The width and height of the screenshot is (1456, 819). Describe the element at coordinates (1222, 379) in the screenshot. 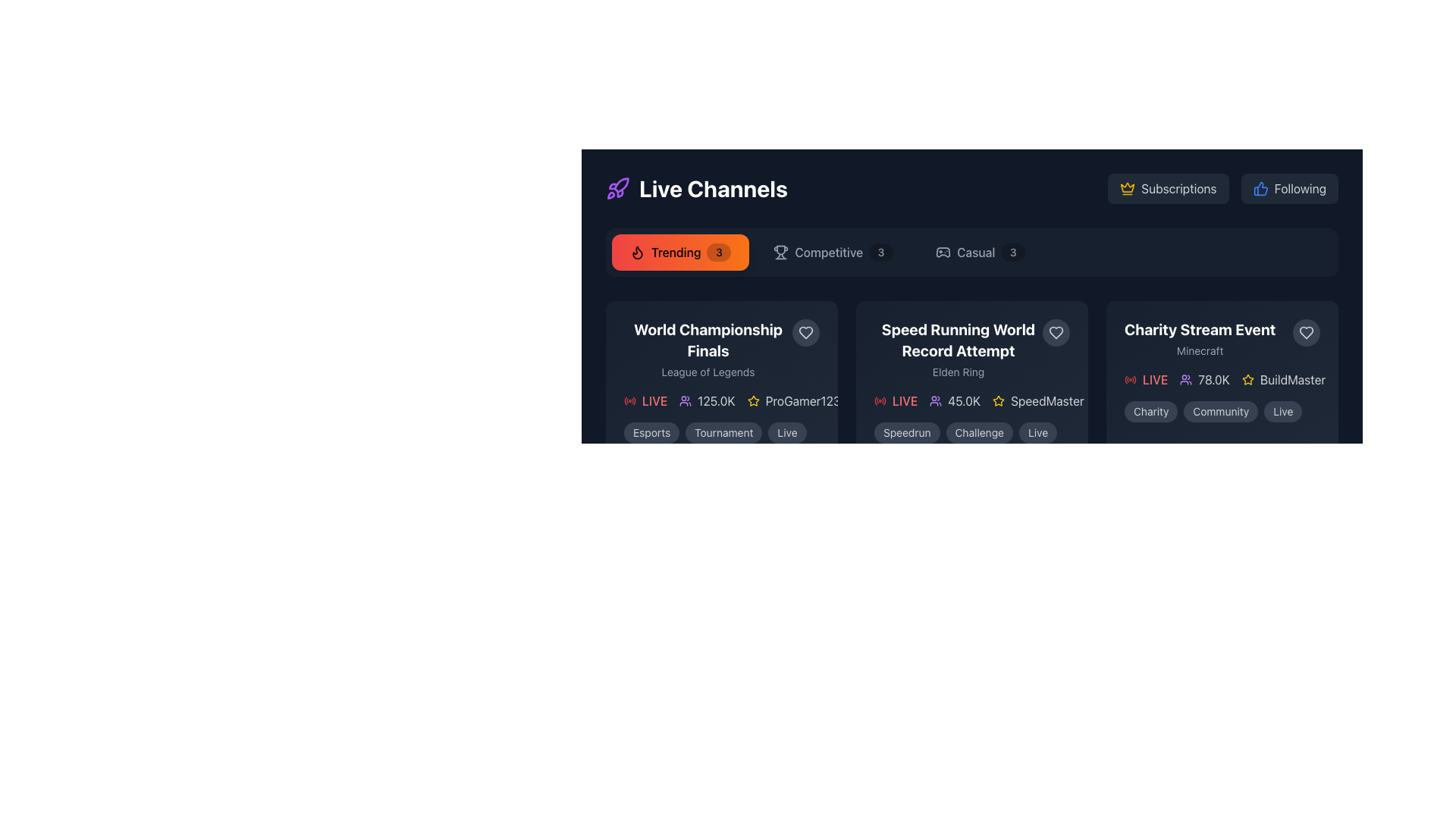

I see `the viewer count on the Composite informational label for the 'Charity Stream Event', which displays '78.0K' centered between the 'LIVE' icon and the username 'BuildMaster'` at that location.